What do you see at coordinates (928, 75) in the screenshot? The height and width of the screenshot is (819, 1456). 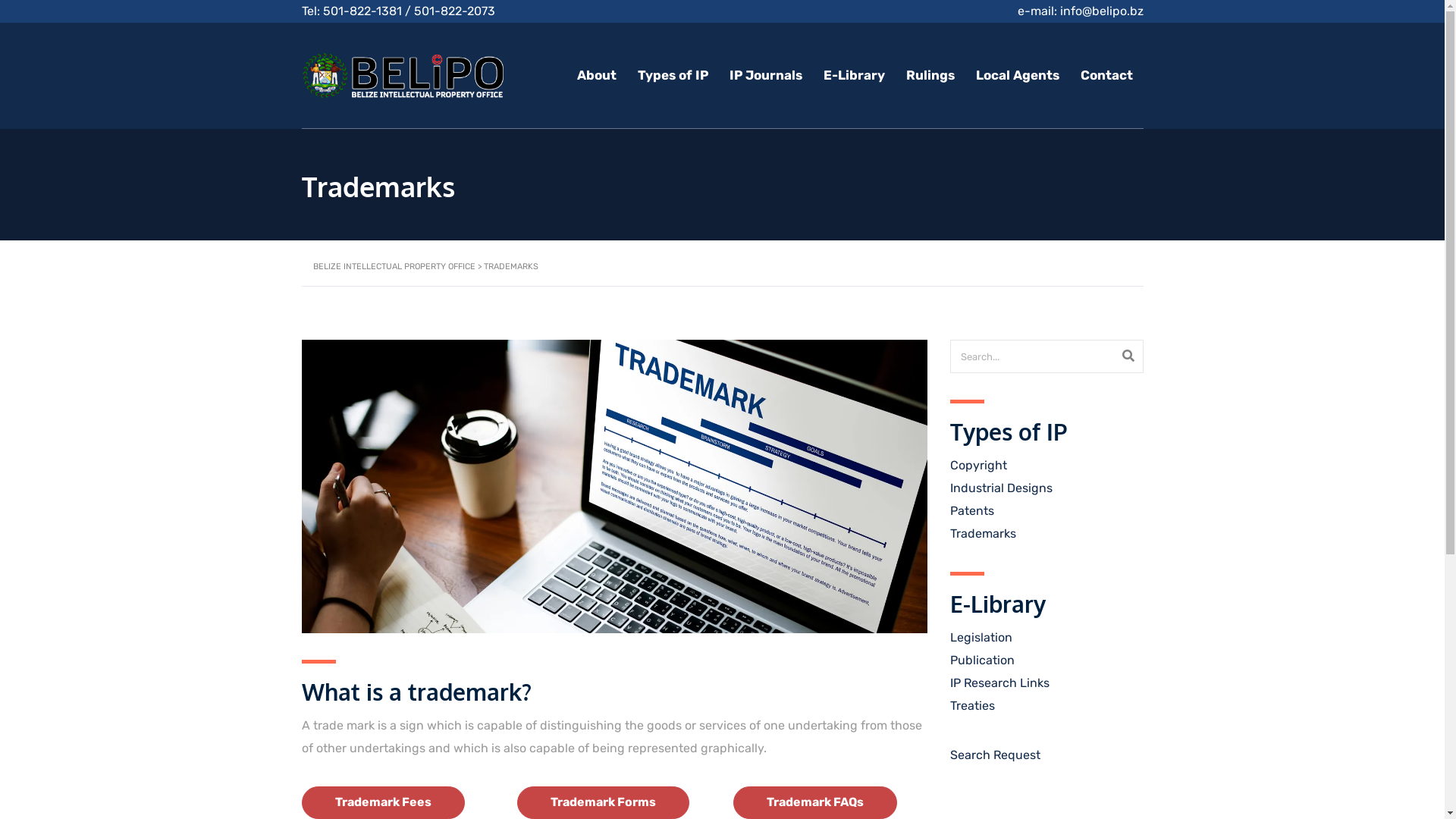 I see `'Rulings'` at bounding box center [928, 75].